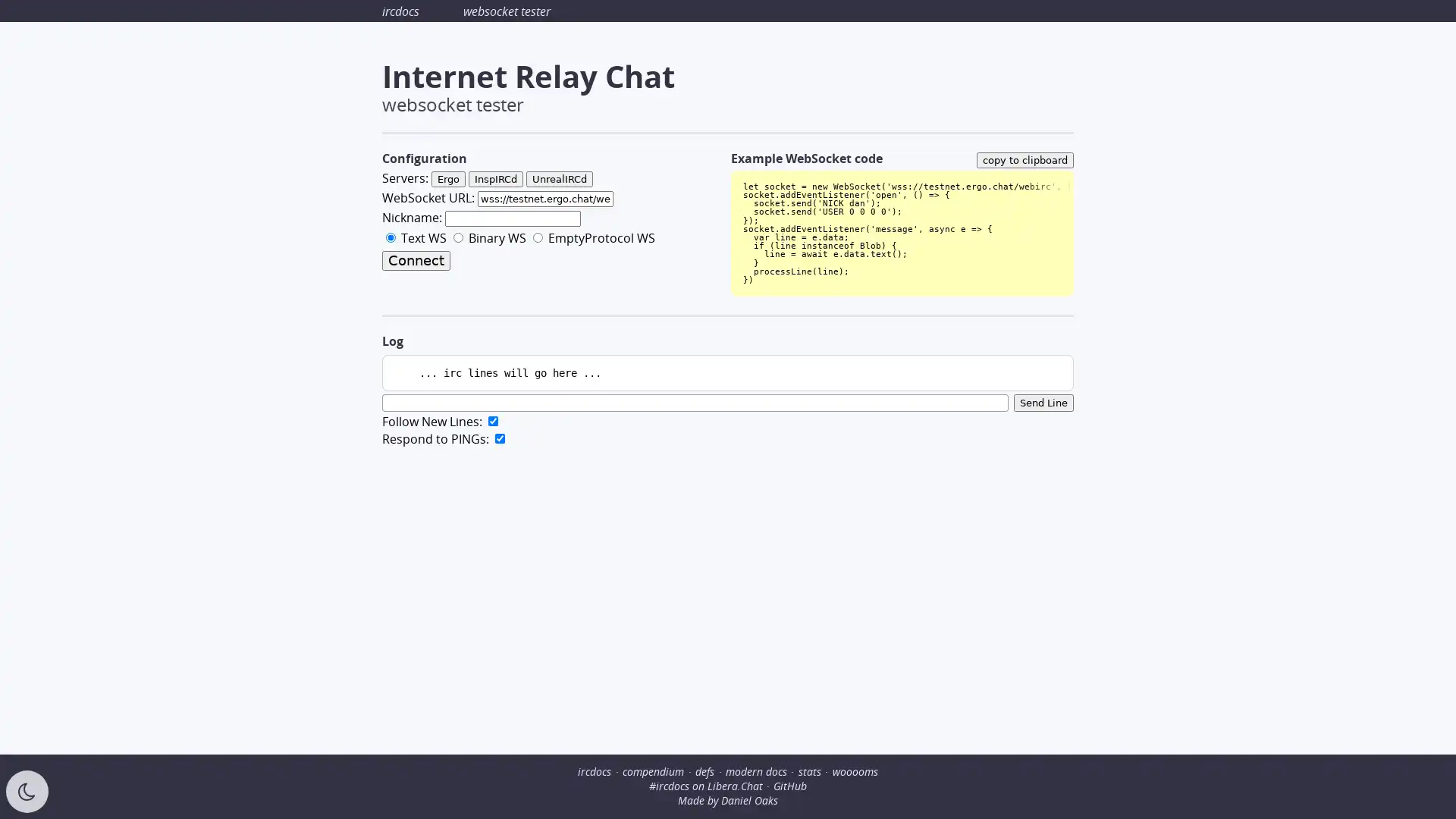  What do you see at coordinates (495, 178) in the screenshot?
I see `InspIRCd` at bounding box center [495, 178].